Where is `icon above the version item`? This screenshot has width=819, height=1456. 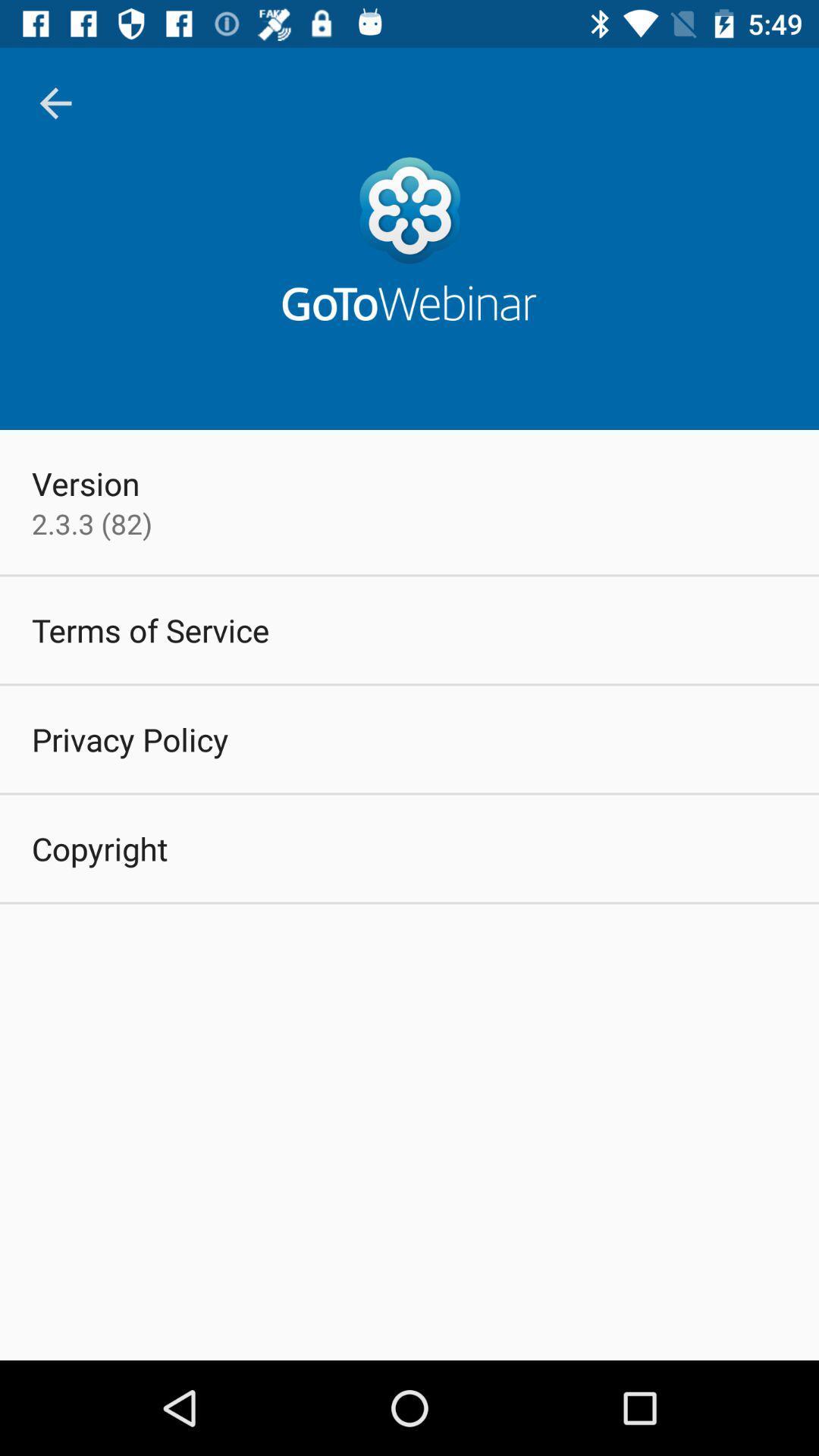
icon above the version item is located at coordinates (55, 102).